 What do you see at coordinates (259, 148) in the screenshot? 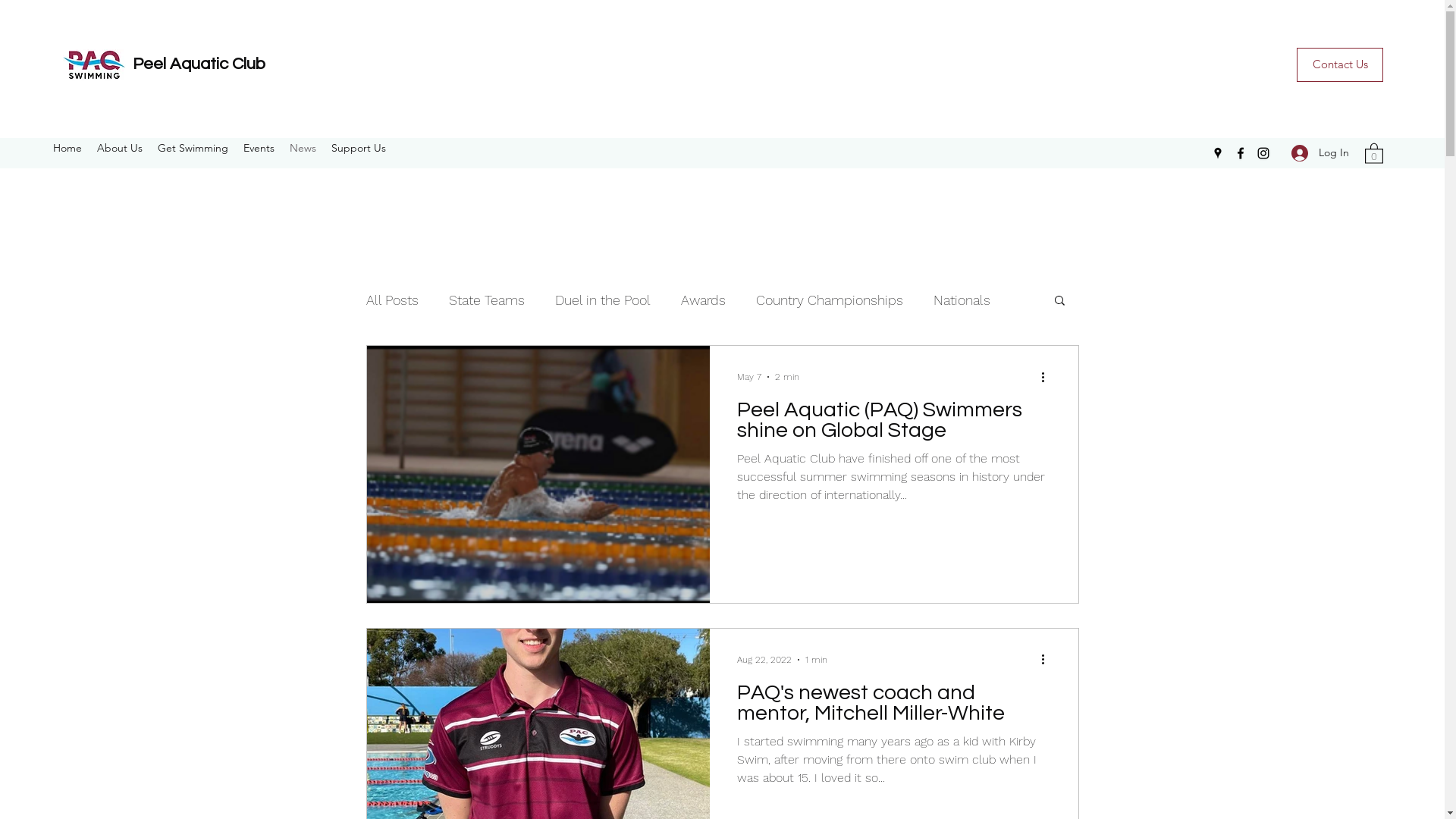
I see `'Events'` at bounding box center [259, 148].